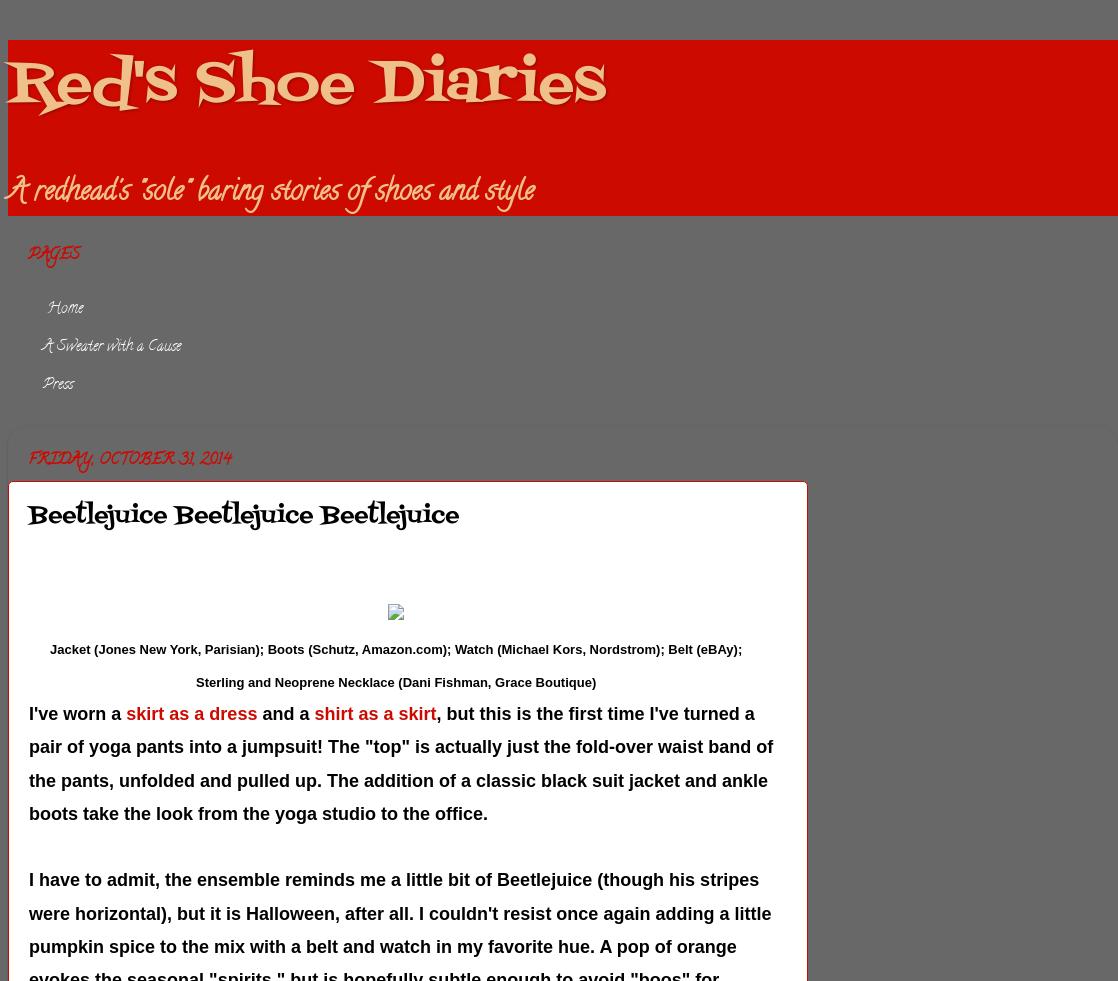  Describe the element at coordinates (400, 763) in the screenshot. I see `', but this is the first time I've turned a pair of yoga pants into a jumpsuit! The "top" is actually just the fold-over waist band of the pants, unfolded and pulled up. The addition of a classic black suit jacket and ankle boots take the look from the yoga studio to the office.'` at that location.